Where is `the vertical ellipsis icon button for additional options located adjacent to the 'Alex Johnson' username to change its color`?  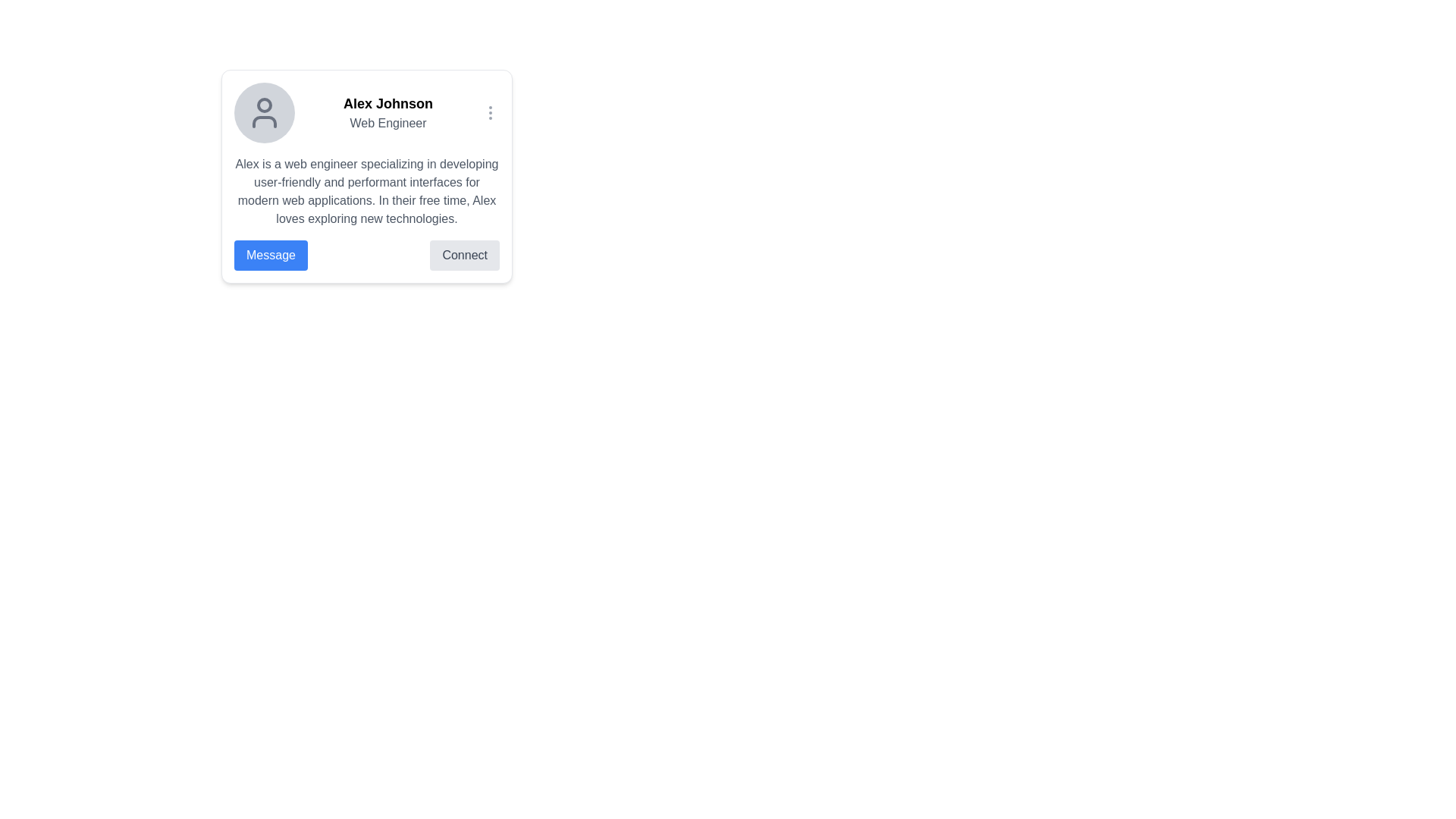 the vertical ellipsis icon button for additional options located adjacent to the 'Alex Johnson' username to change its color is located at coordinates (491, 112).